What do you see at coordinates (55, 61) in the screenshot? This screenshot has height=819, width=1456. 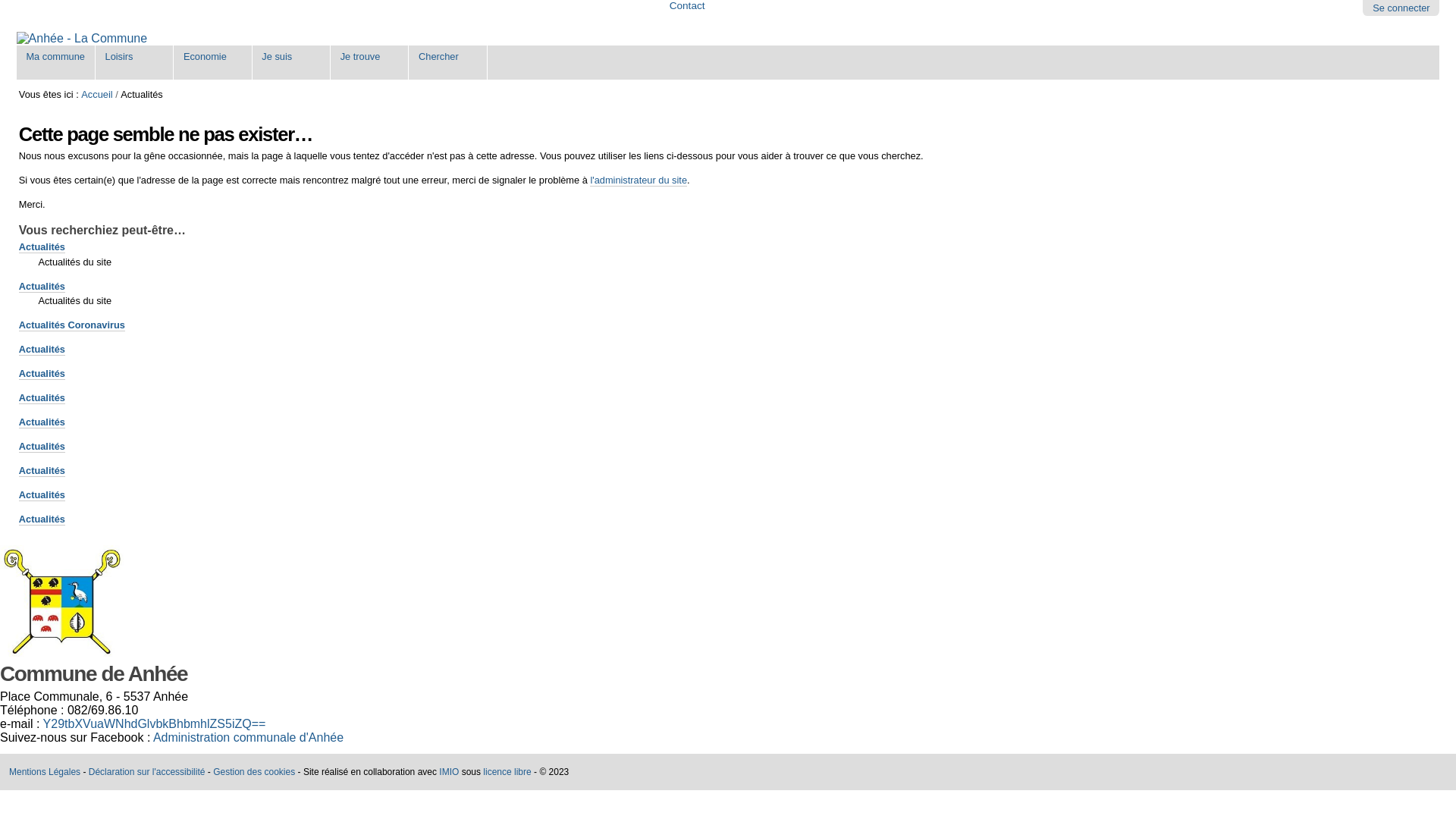 I see `'Ma commune'` at bounding box center [55, 61].